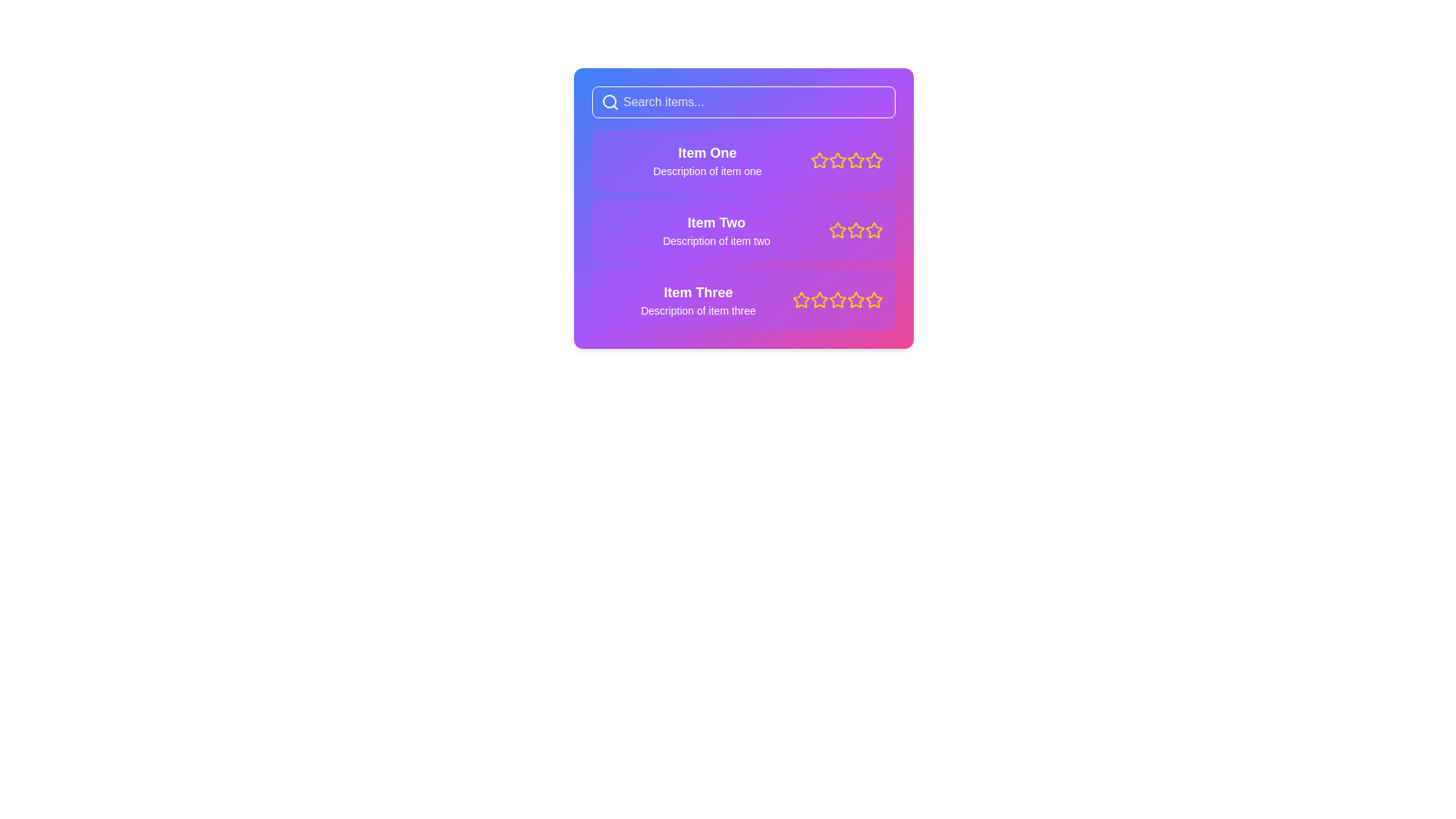 This screenshot has width=1456, height=819. Describe the element at coordinates (874, 160) in the screenshot. I see `the fifth yellow star-shaped icon in the rating row` at that location.